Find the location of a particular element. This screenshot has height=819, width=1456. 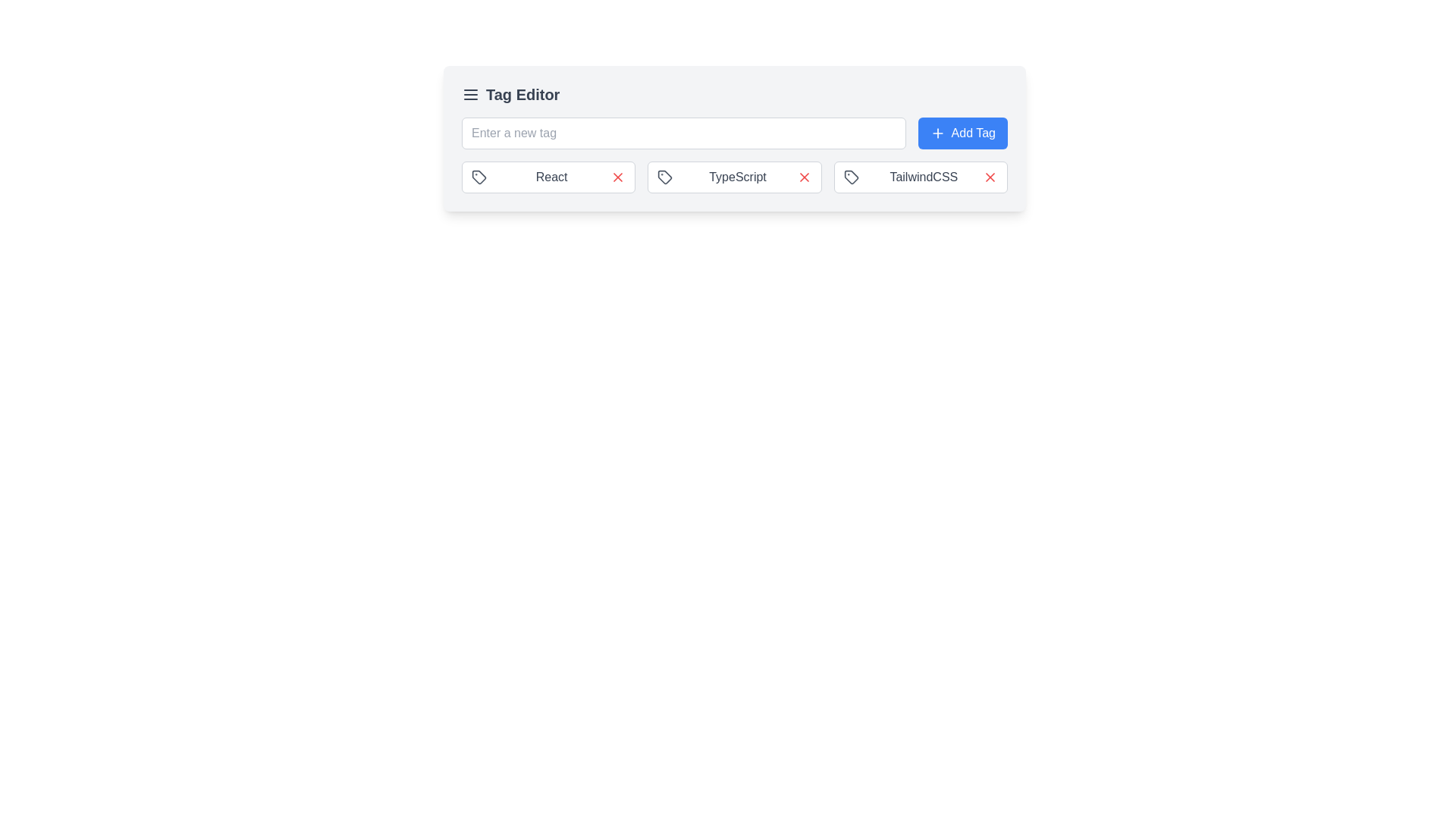

the 'Add Tag' button, which has a blue background, rounded corners, and white text with a plus icon, located to the right of the 'Enter a new tag' input field is located at coordinates (962, 133).